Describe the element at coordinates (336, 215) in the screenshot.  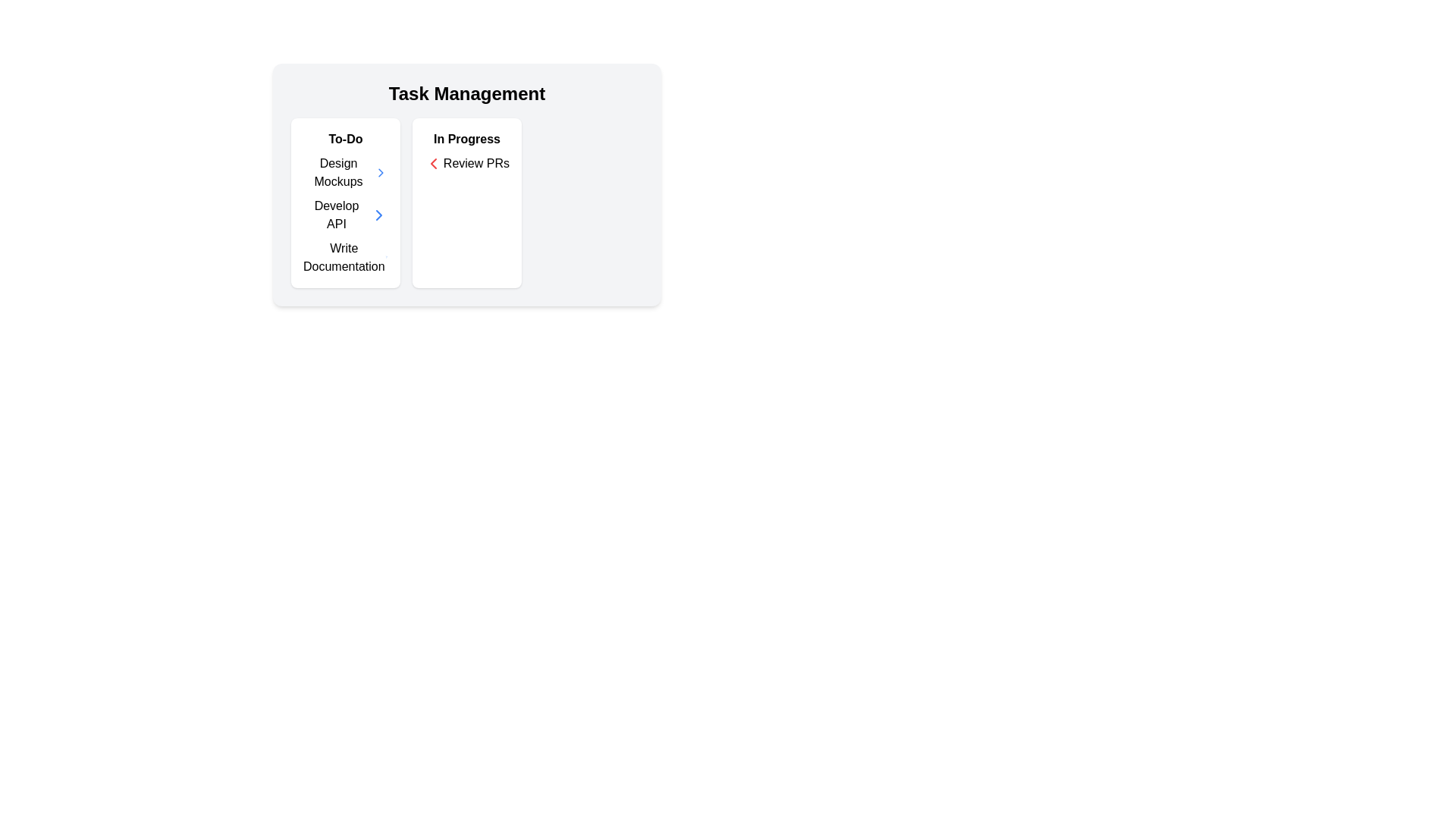
I see `text label displaying 'Develop API' located in the 'To-Do' column under the 'Task Management' section` at that location.